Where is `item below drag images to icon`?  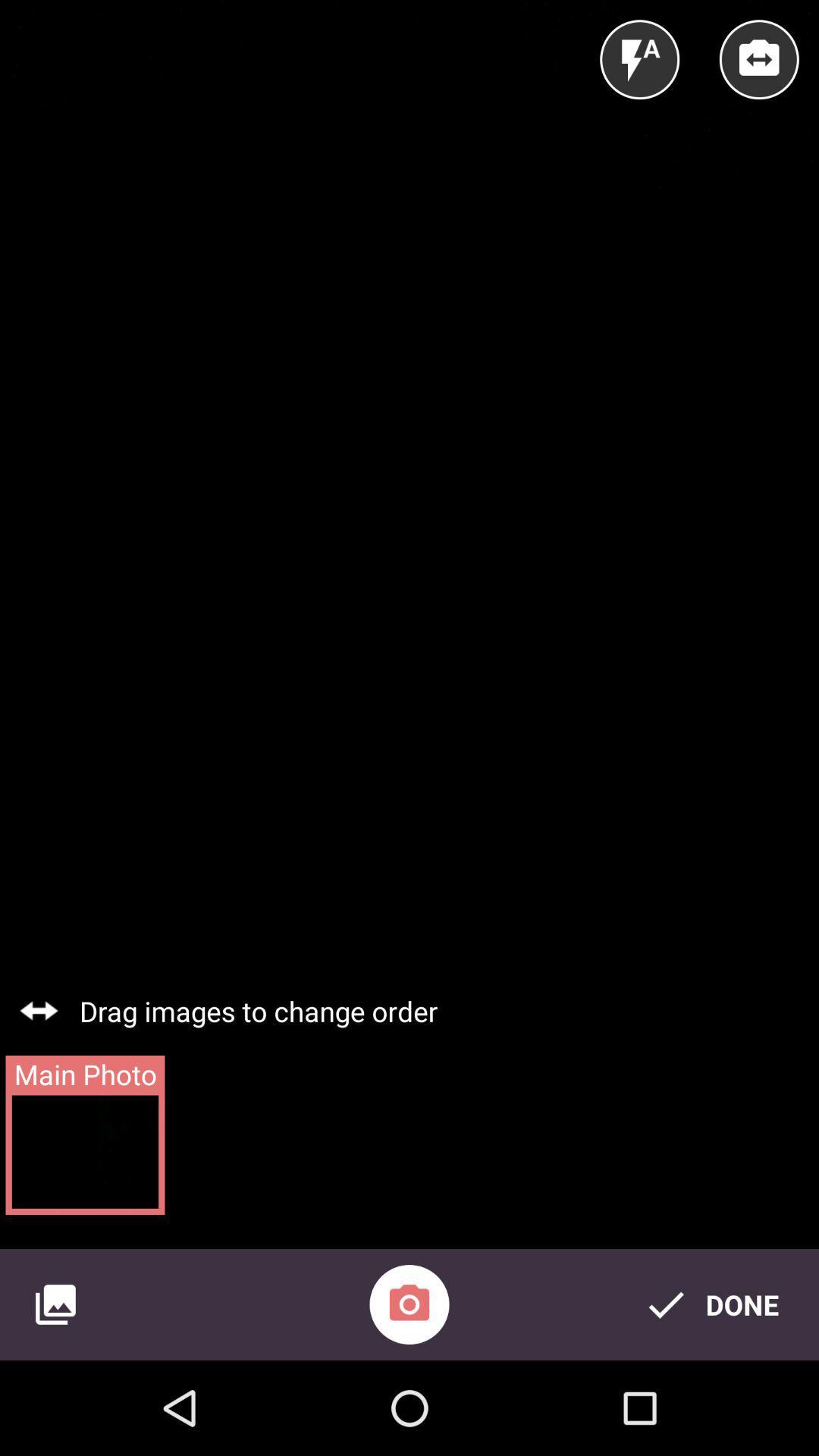
item below drag images to icon is located at coordinates (409, 1304).